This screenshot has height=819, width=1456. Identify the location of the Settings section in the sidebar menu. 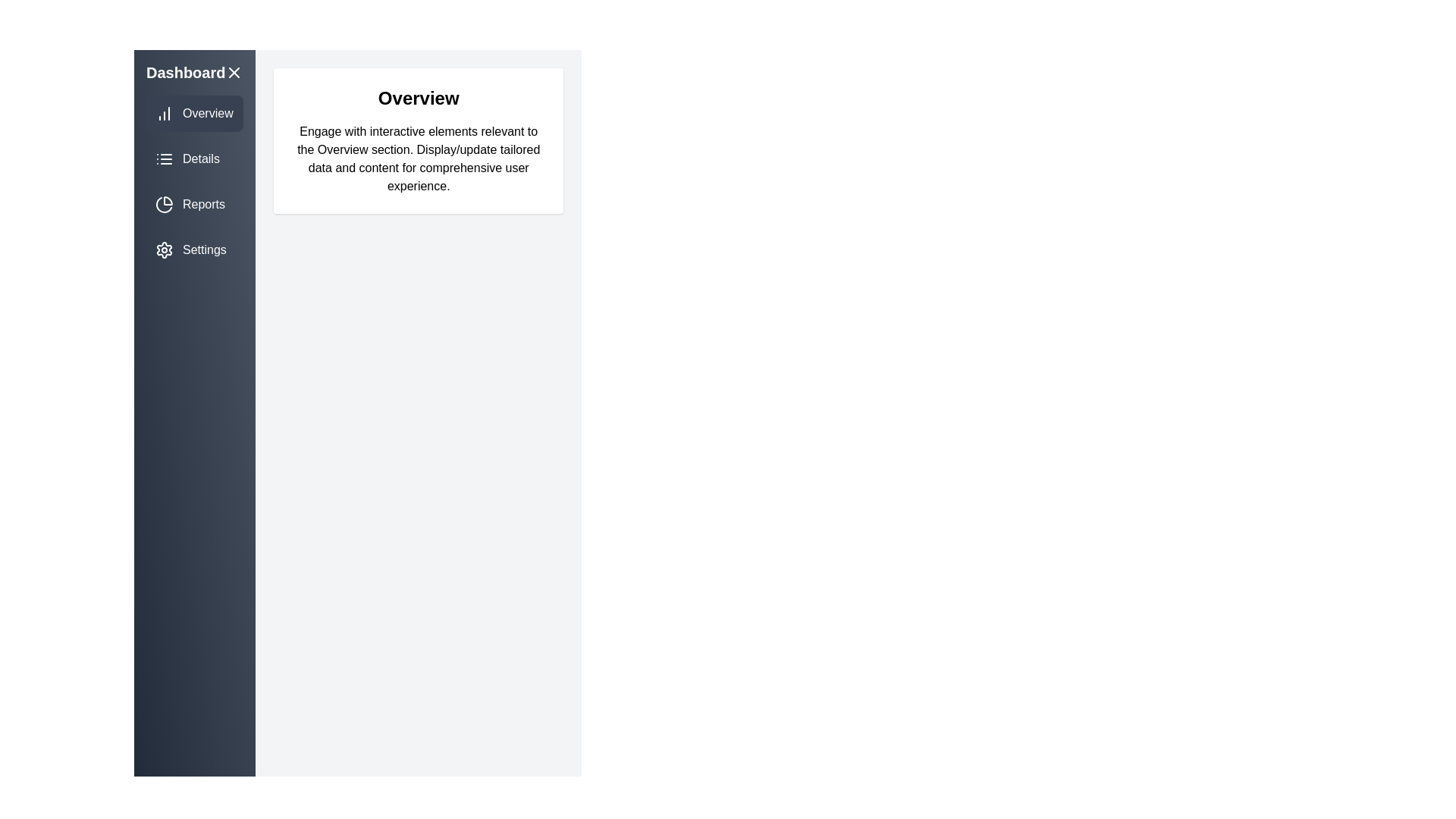
(194, 249).